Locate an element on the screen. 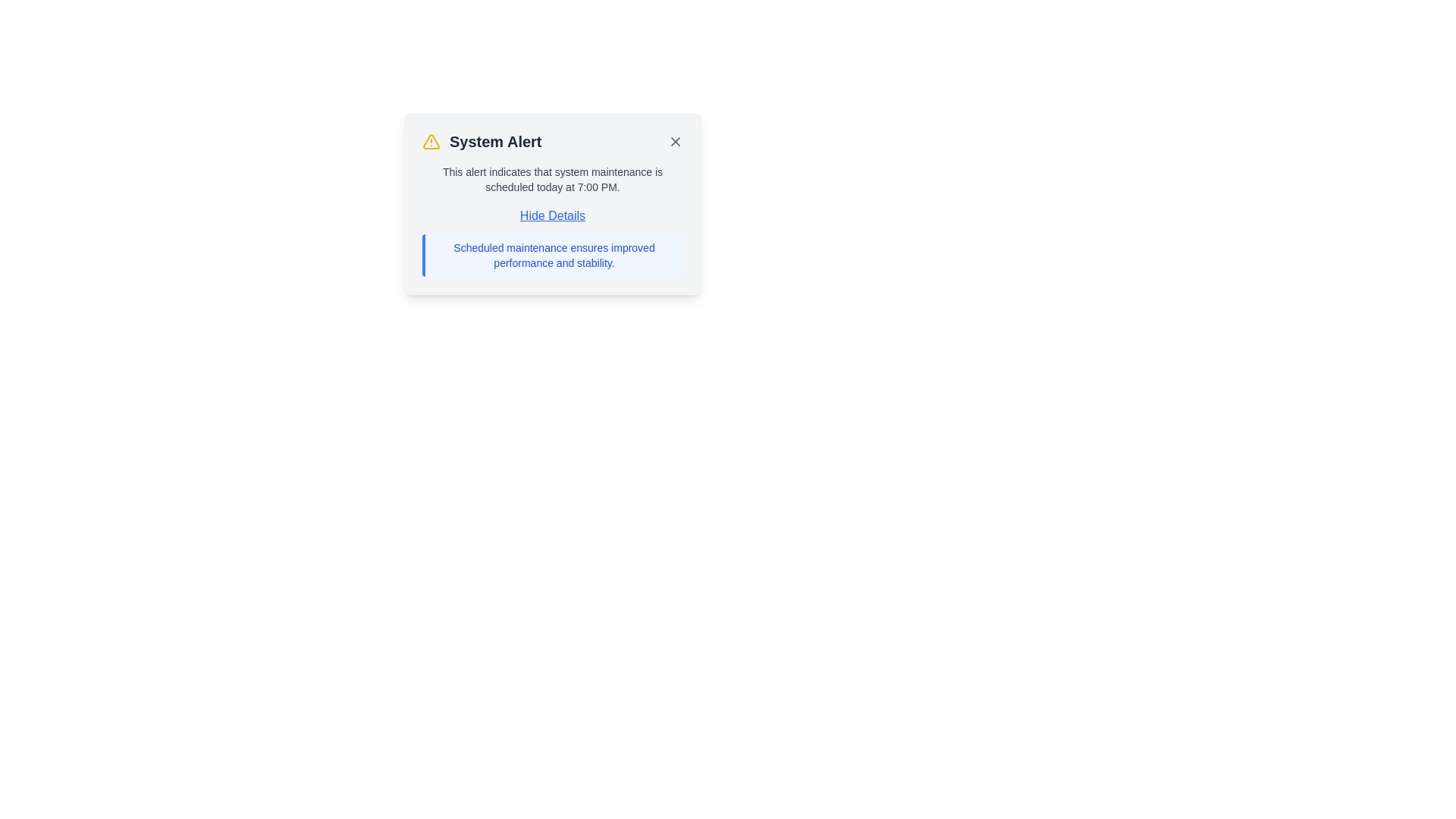 This screenshot has width=1456, height=819. the close button located at the top-right corner of the notification panel is located at coordinates (675, 141).